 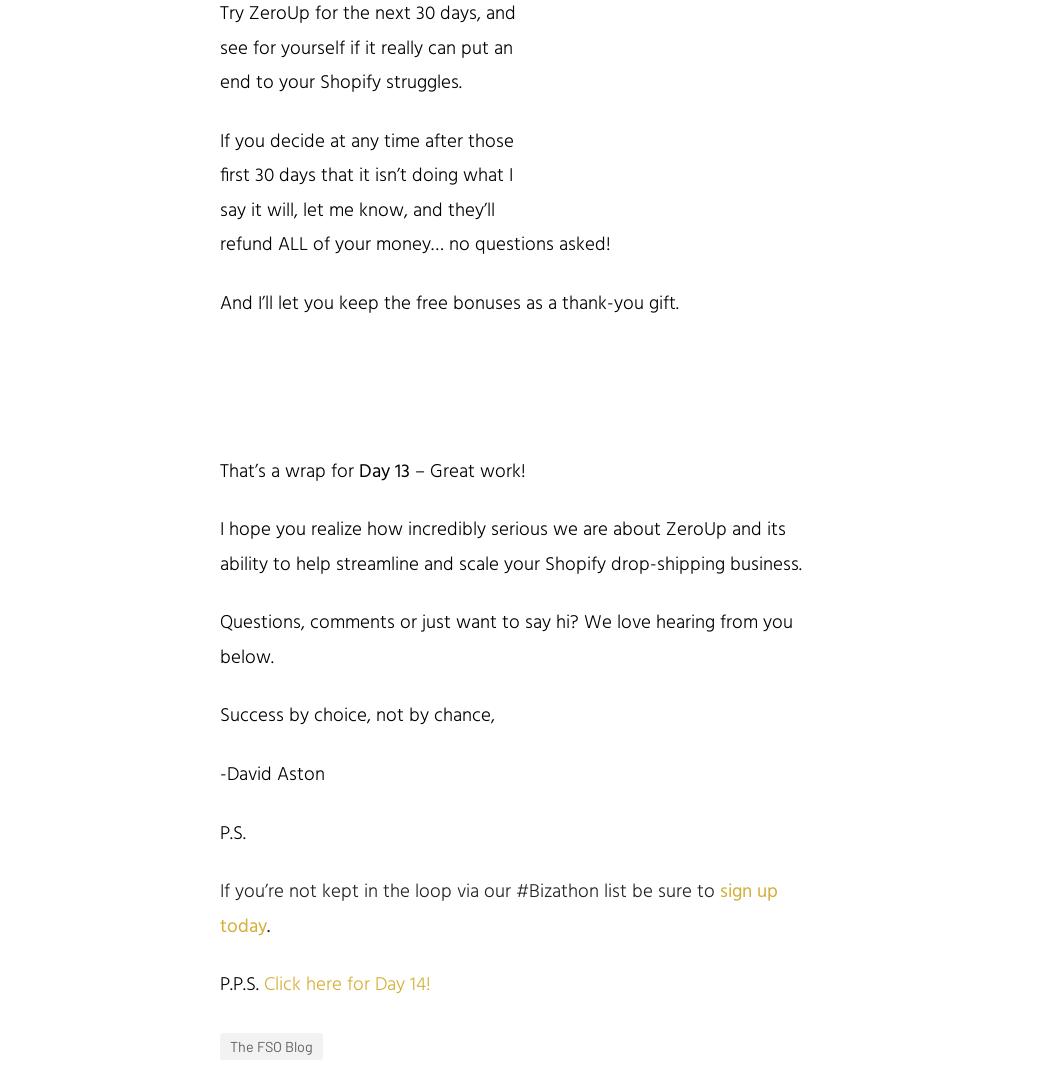 I want to click on 'If you’re not kept in the loop via our #Bizathon list be sure to', so click(x=469, y=892).